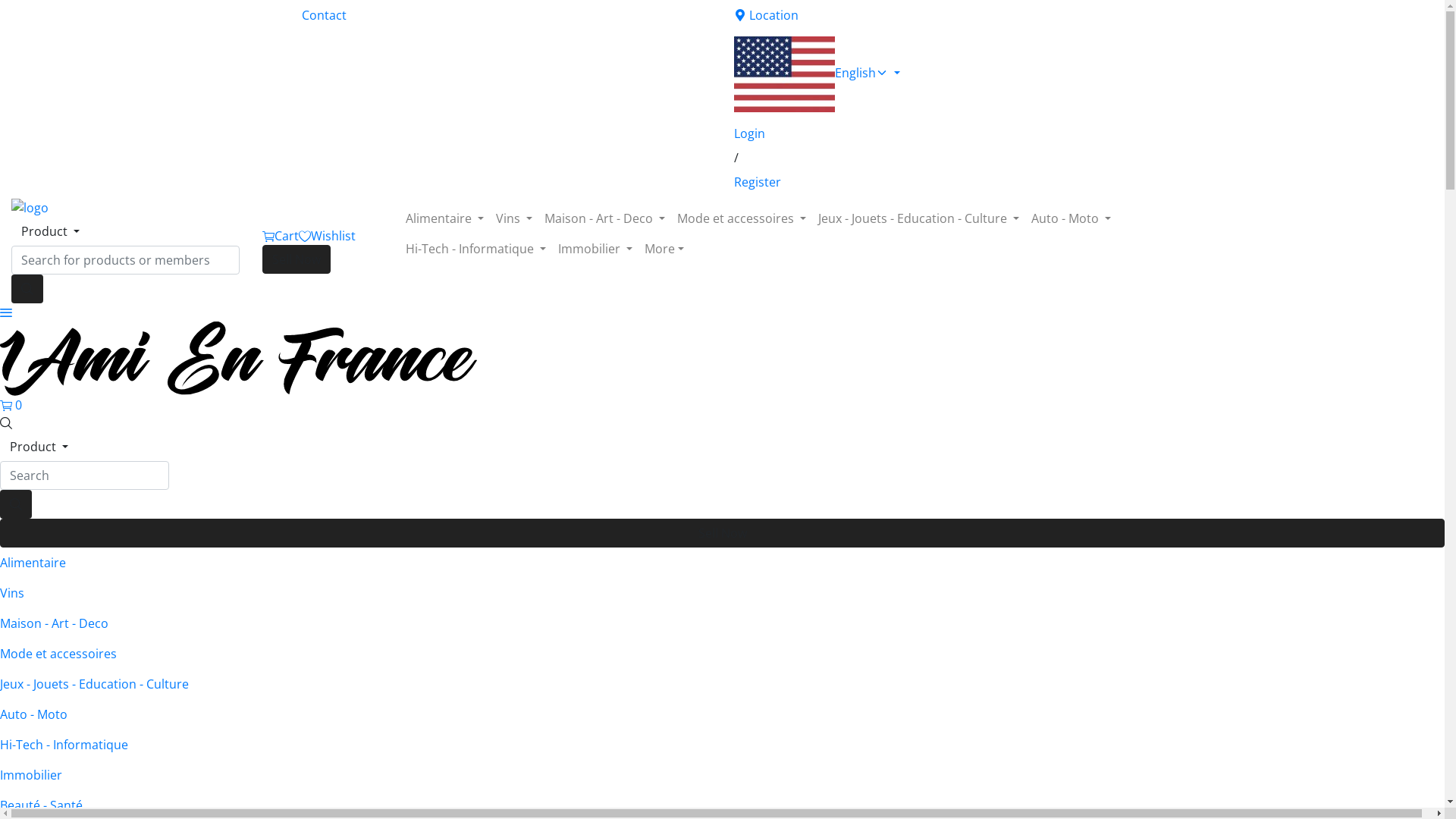 The image size is (1456, 819). What do you see at coordinates (918, 218) in the screenshot?
I see `'Jeux - Jouets - Education - Culture'` at bounding box center [918, 218].